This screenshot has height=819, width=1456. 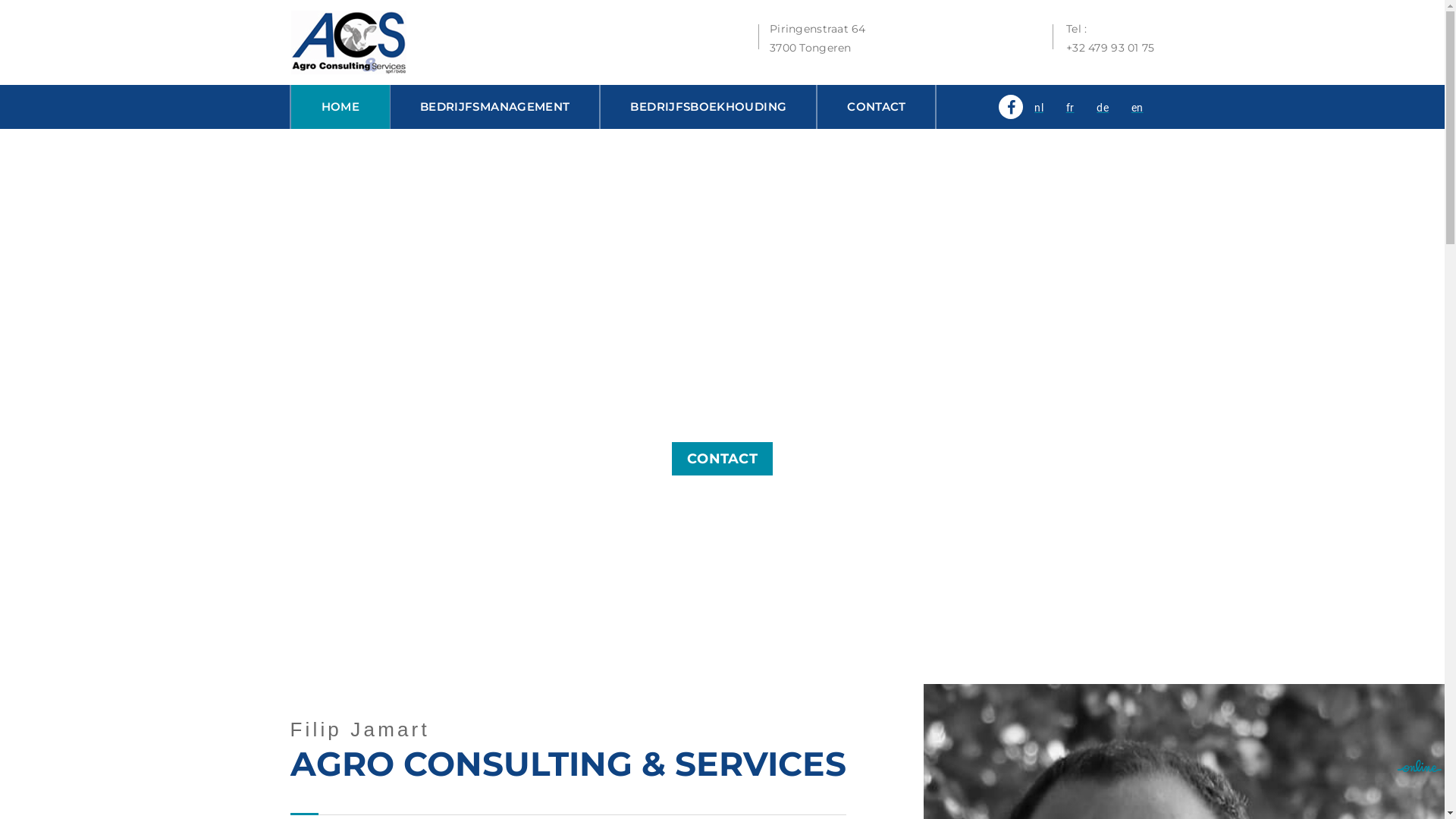 I want to click on 'Agro Consulting & Services - Agrarische consulting', so click(x=347, y=40).